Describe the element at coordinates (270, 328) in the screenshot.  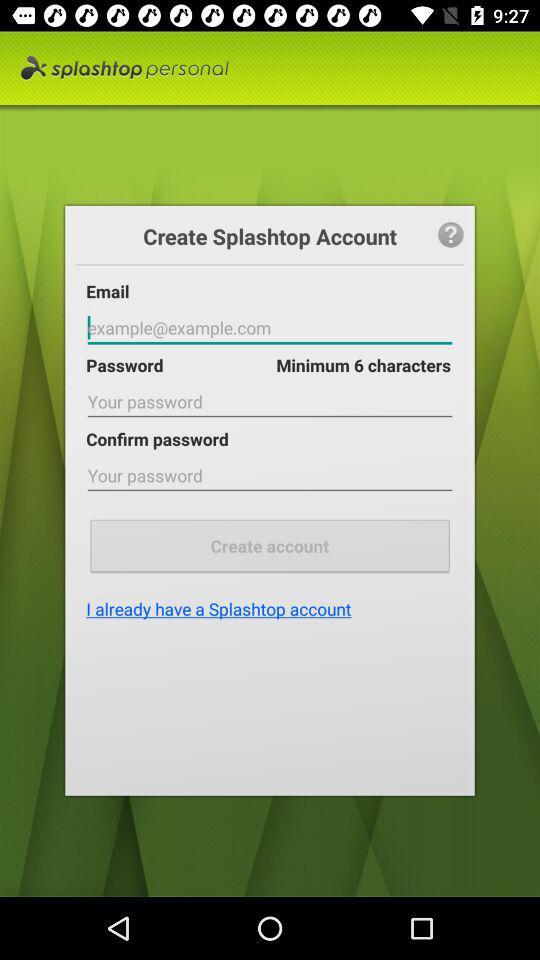
I see `fill in email sign in` at that location.